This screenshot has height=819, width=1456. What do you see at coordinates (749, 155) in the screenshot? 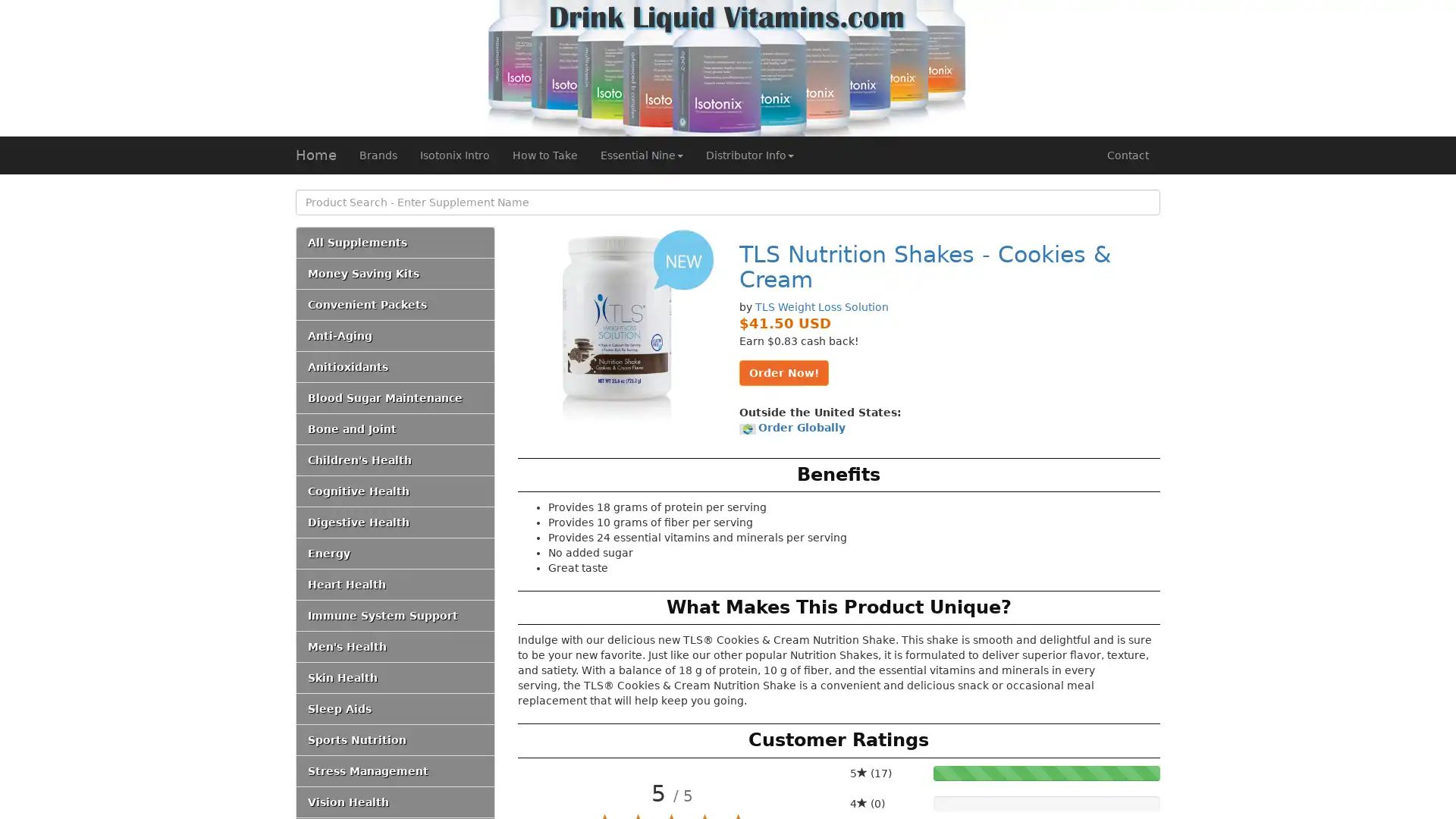
I see `Distributor Info` at bounding box center [749, 155].